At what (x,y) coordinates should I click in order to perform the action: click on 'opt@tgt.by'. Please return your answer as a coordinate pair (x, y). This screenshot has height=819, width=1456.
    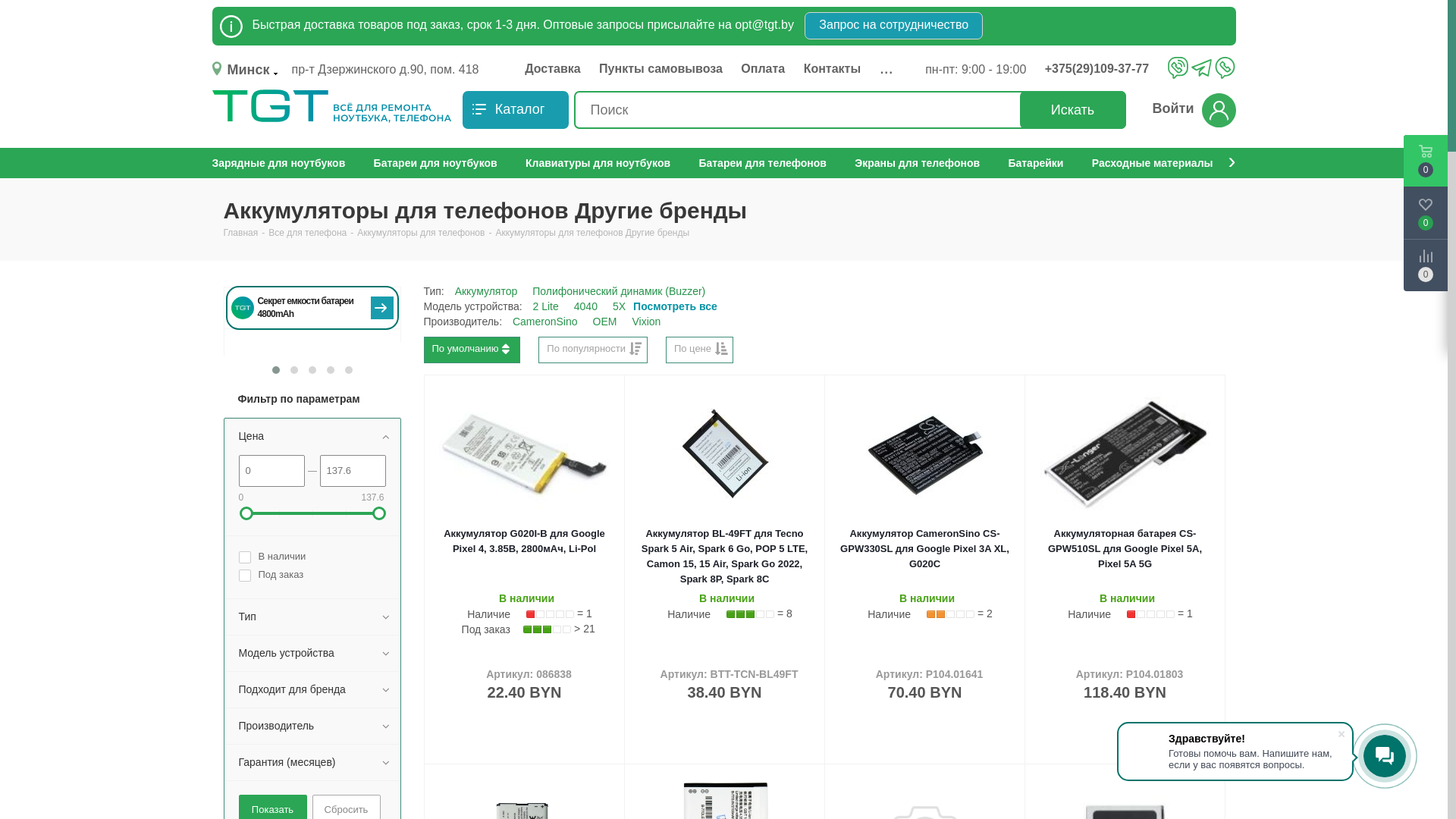
    Looking at the image, I should click on (764, 24).